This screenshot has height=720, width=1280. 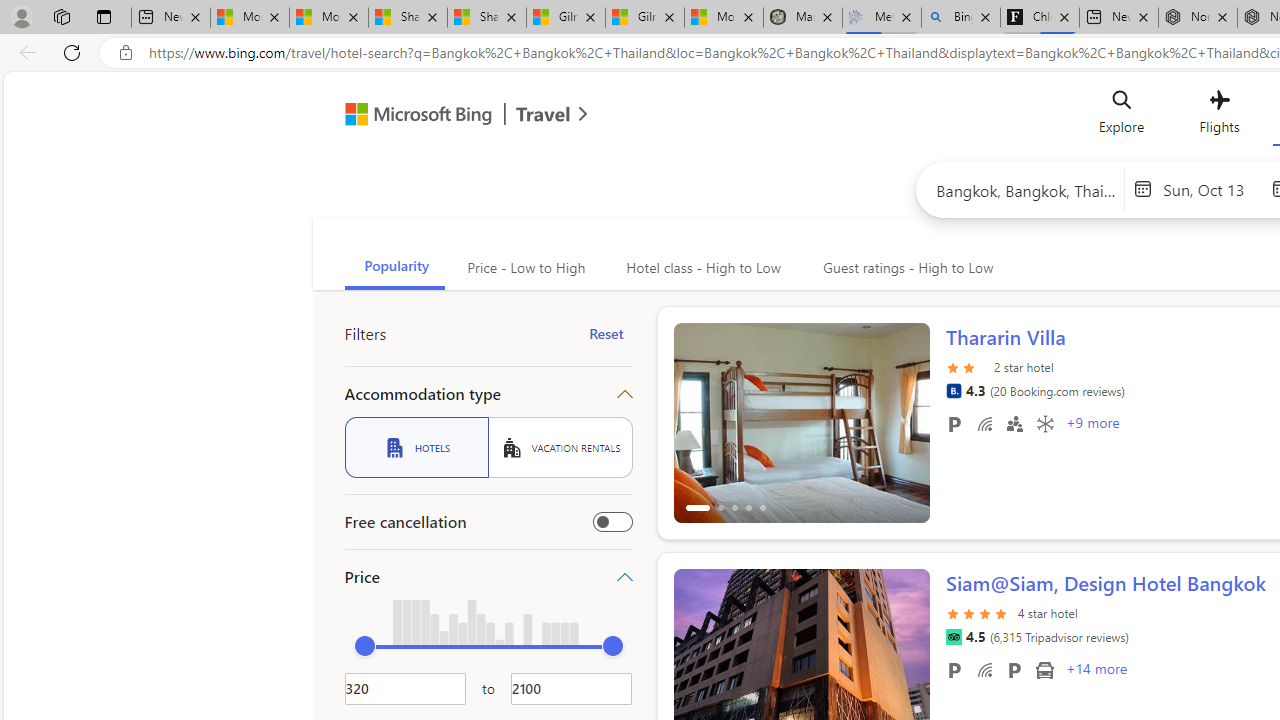 What do you see at coordinates (488, 393) in the screenshot?
I see `'Accommodation type'` at bounding box center [488, 393].